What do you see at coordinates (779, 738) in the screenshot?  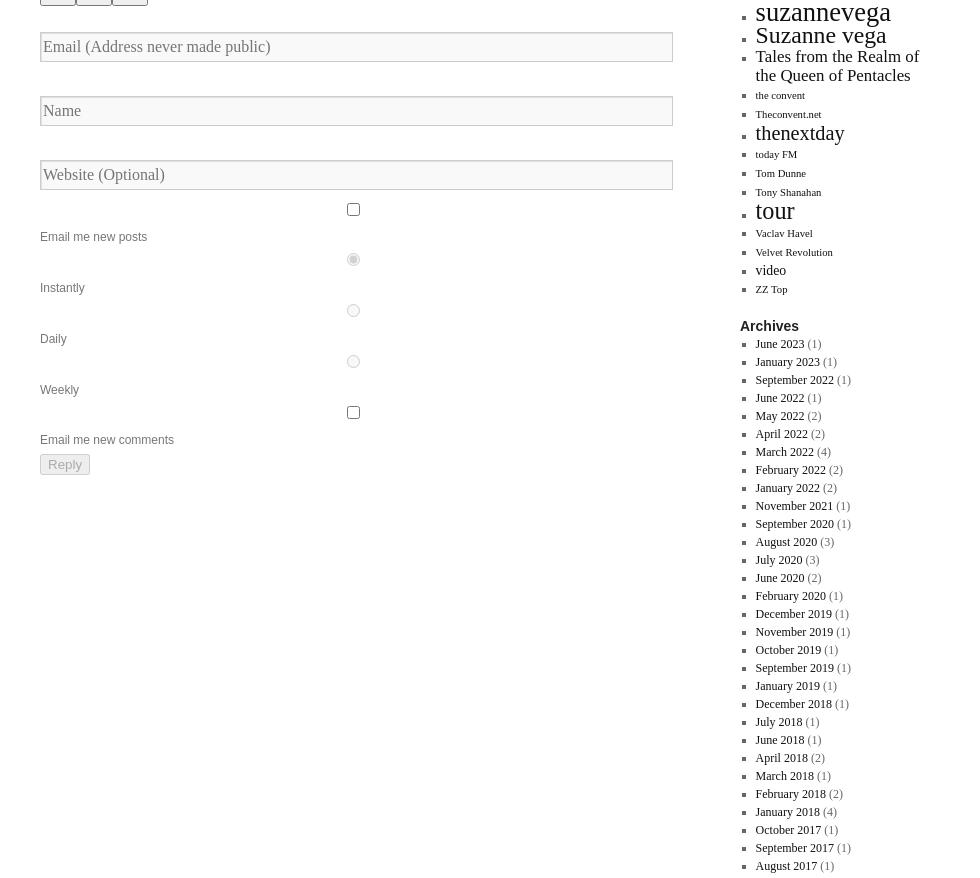 I see `'June 2018'` at bounding box center [779, 738].